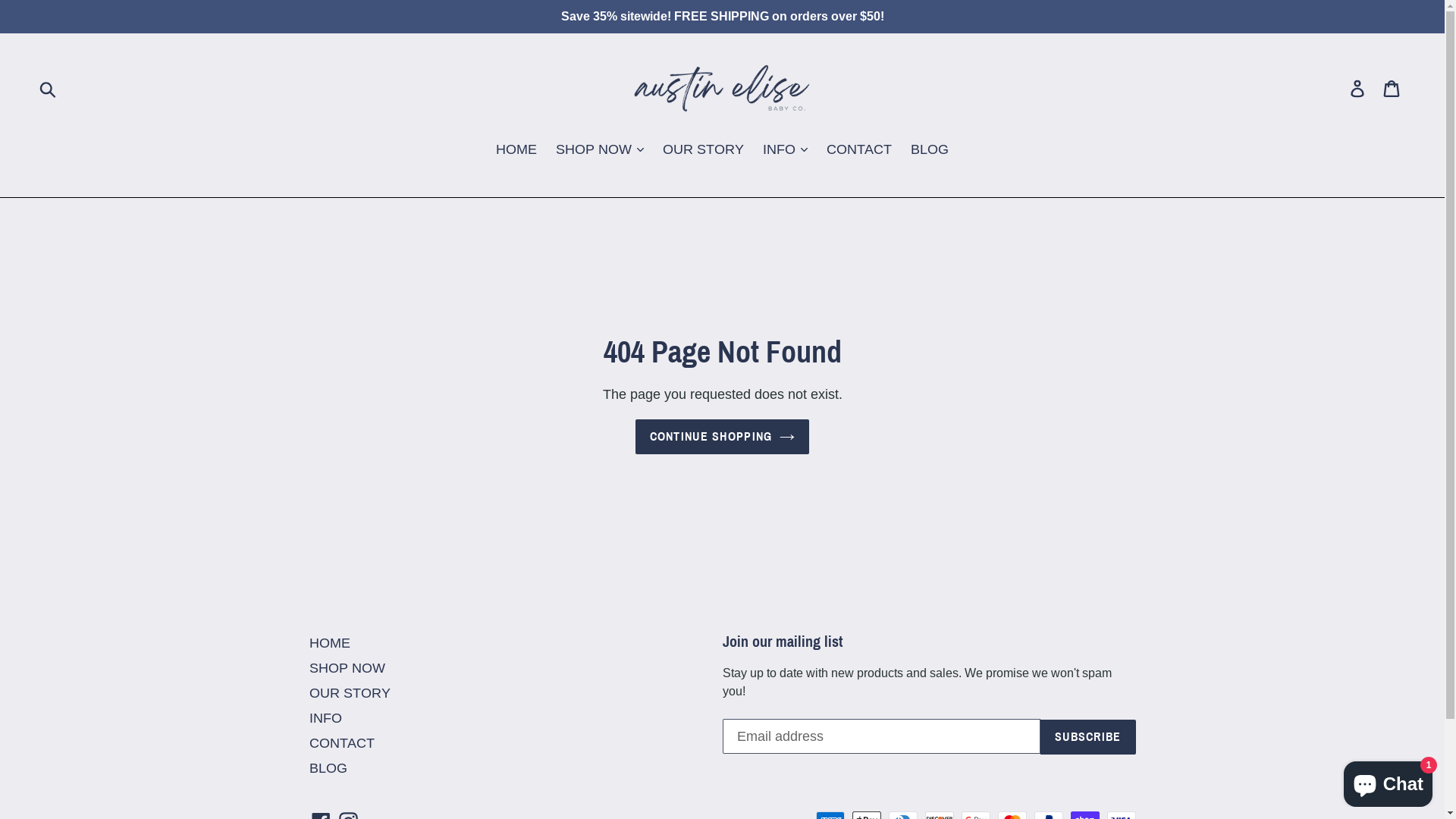 The image size is (1456, 819). I want to click on 'INFO', so click(325, 717).